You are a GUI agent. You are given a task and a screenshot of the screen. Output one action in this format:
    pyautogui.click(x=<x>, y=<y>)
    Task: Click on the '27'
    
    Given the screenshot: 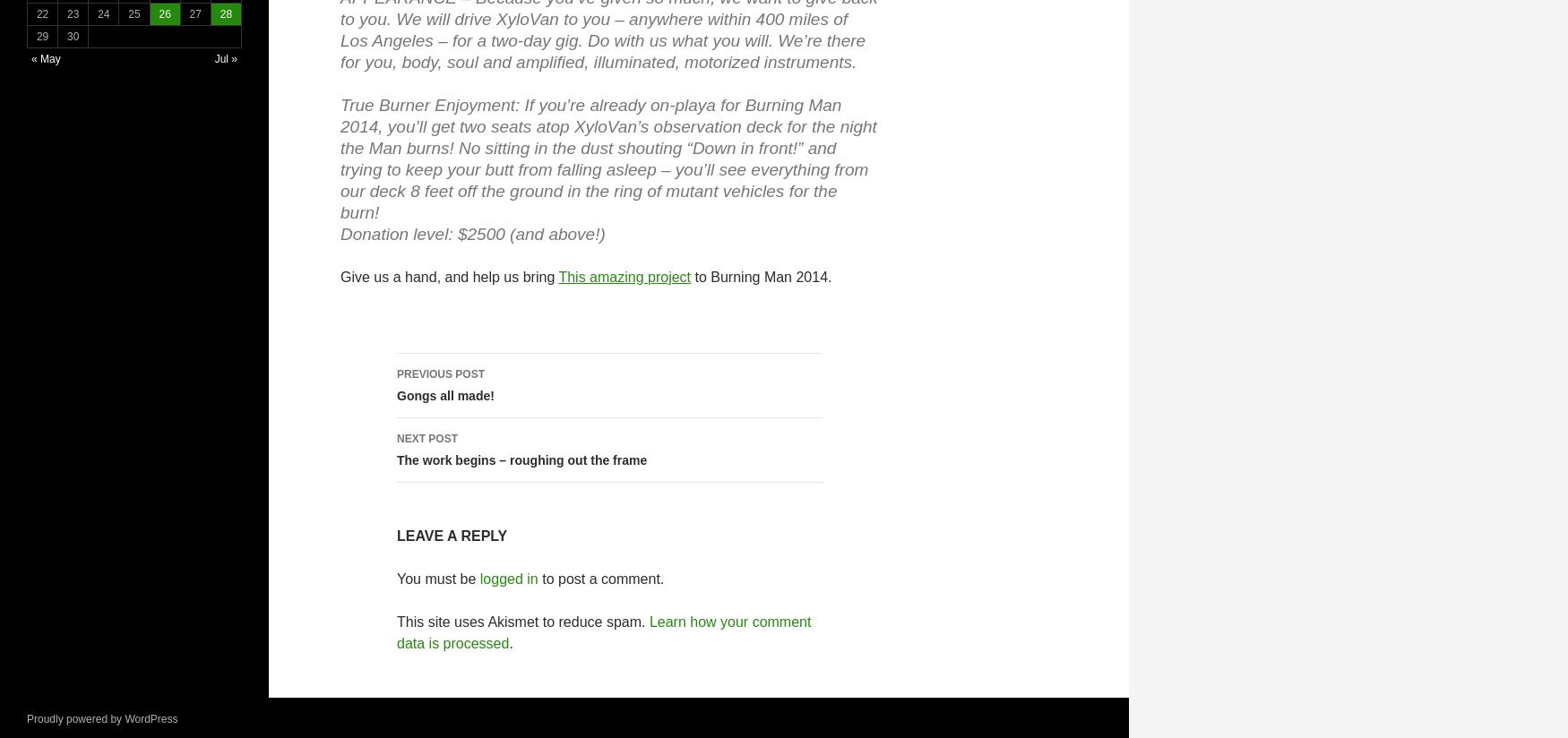 What is the action you would take?
    pyautogui.click(x=194, y=13)
    